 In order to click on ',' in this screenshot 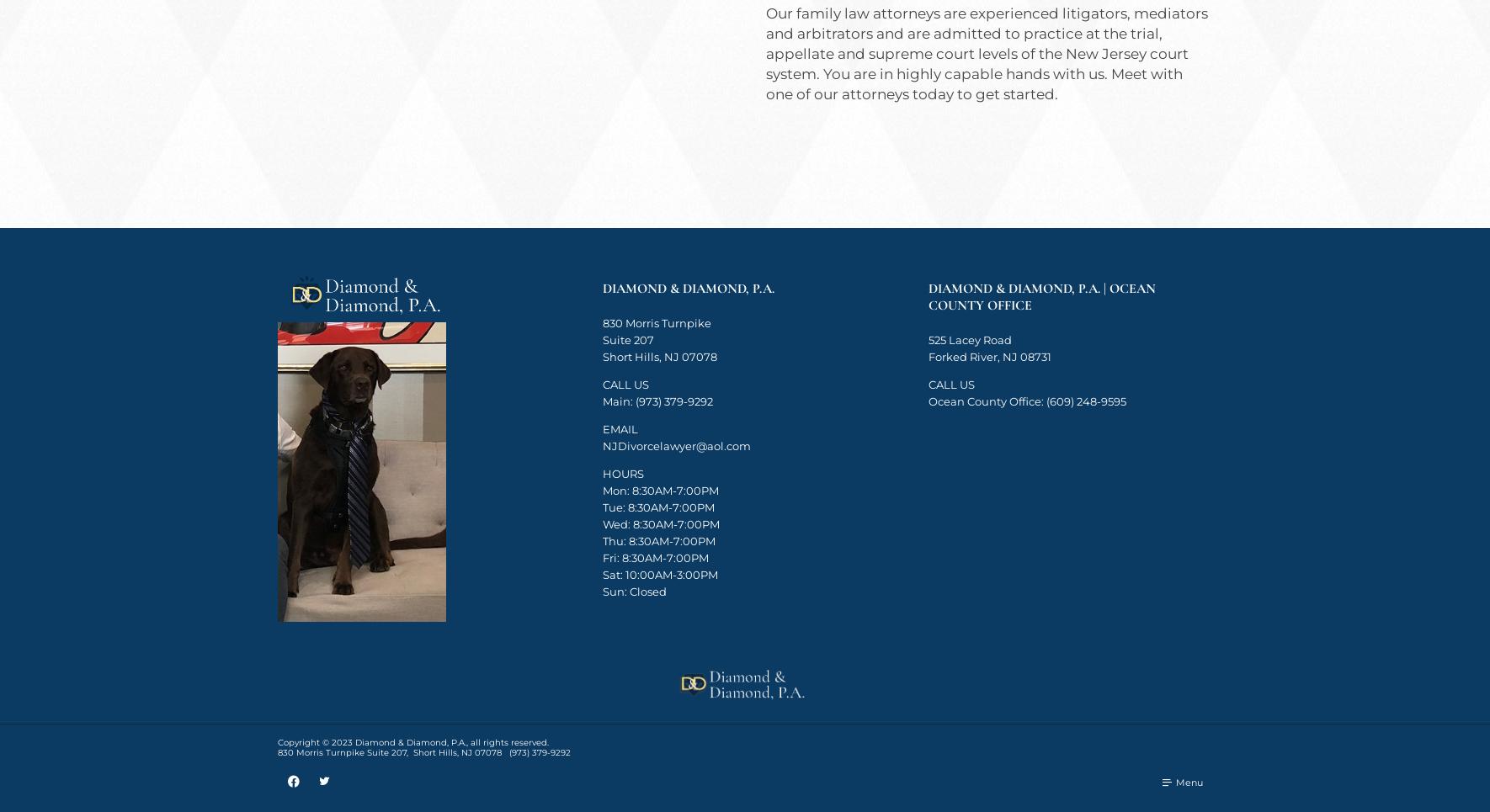, I will do `click(458, 751)`.